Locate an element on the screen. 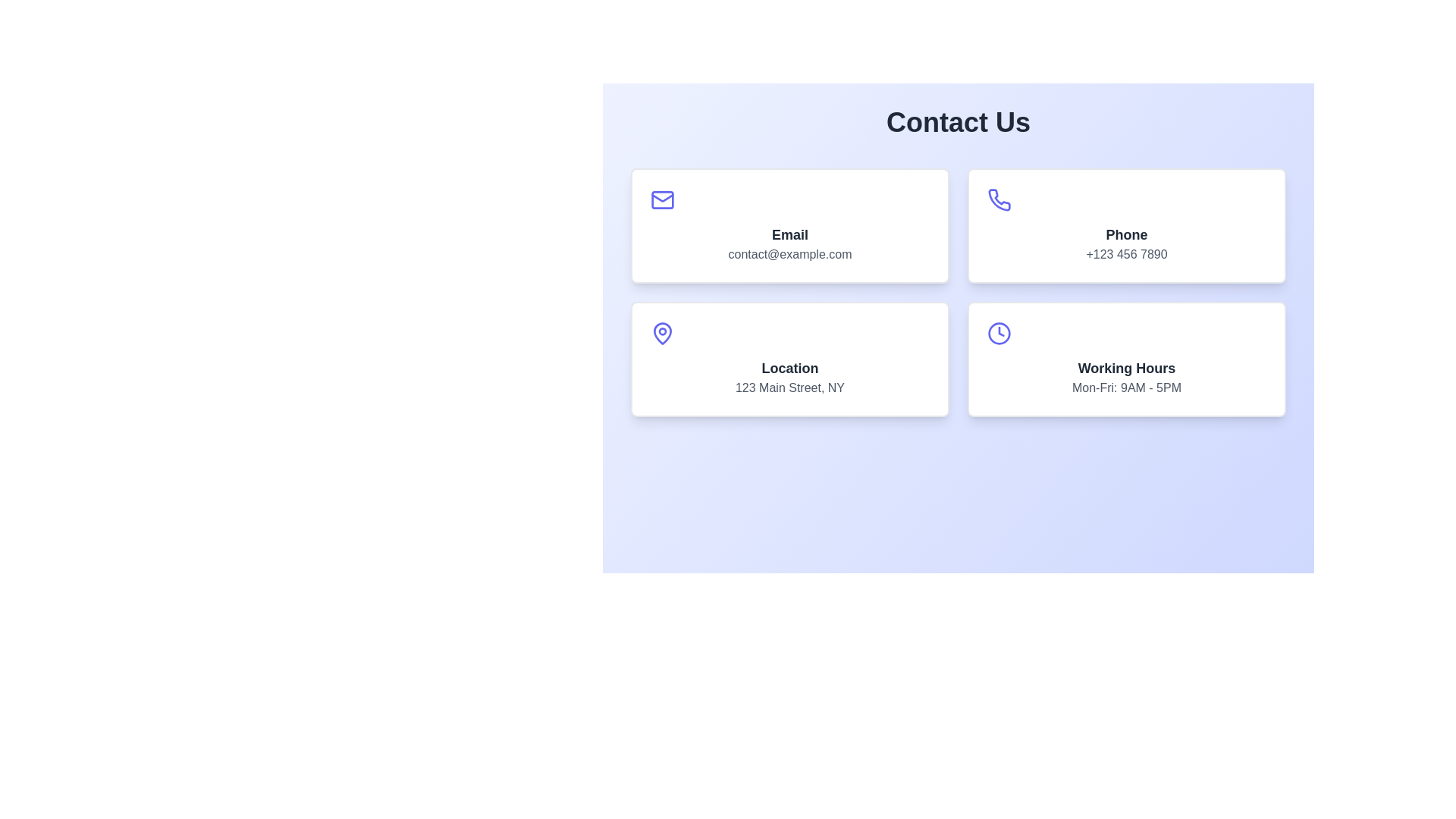 The width and height of the screenshot is (1456, 819). the Interactive card located at the top left of the grid layout to possibly initiate an email action is located at coordinates (789, 225).